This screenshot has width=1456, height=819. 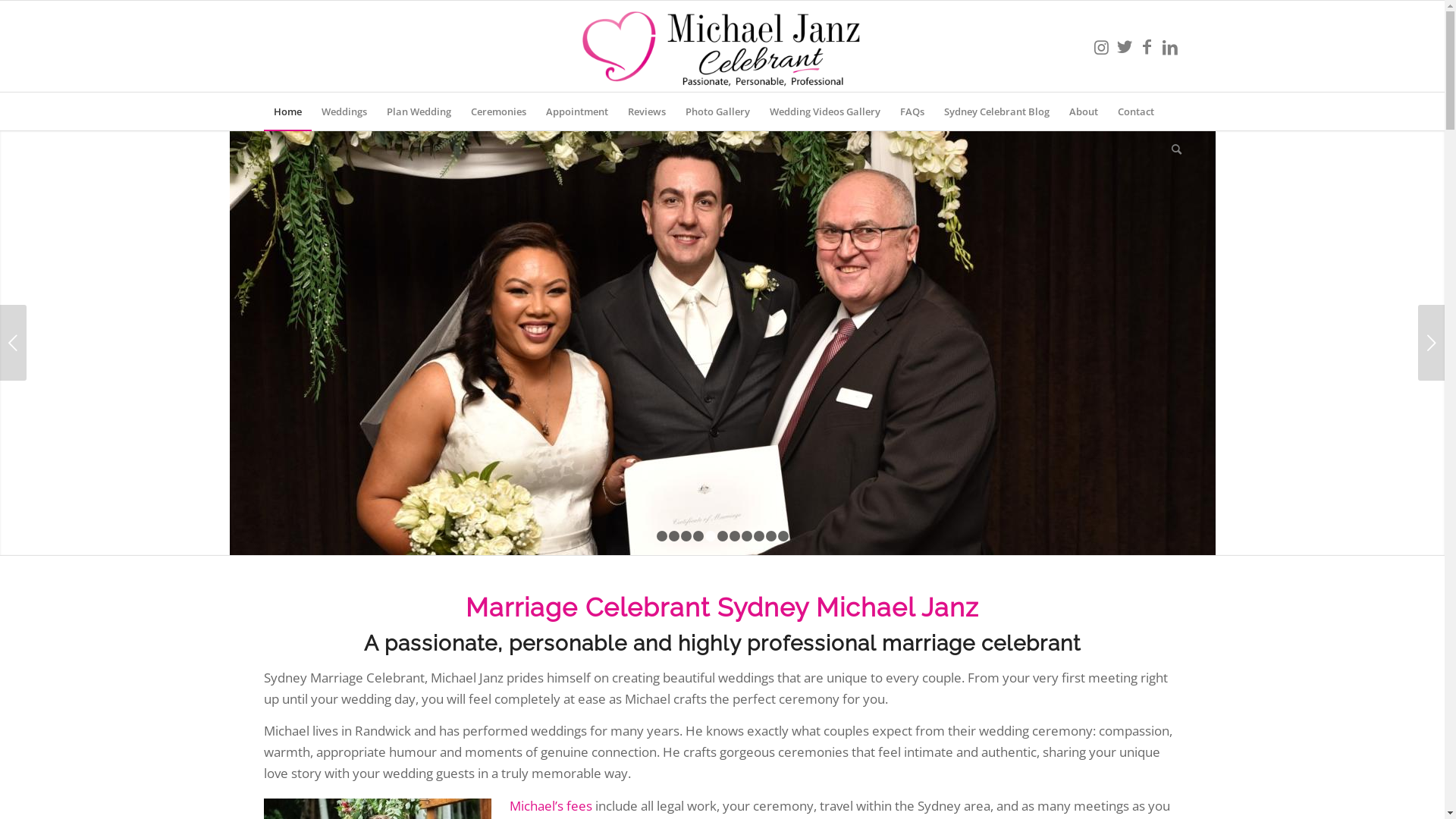 What do you see at coordinates (1430, 304) in the screenshot?
I see `'Next'` at bounding box center [1430, 304].